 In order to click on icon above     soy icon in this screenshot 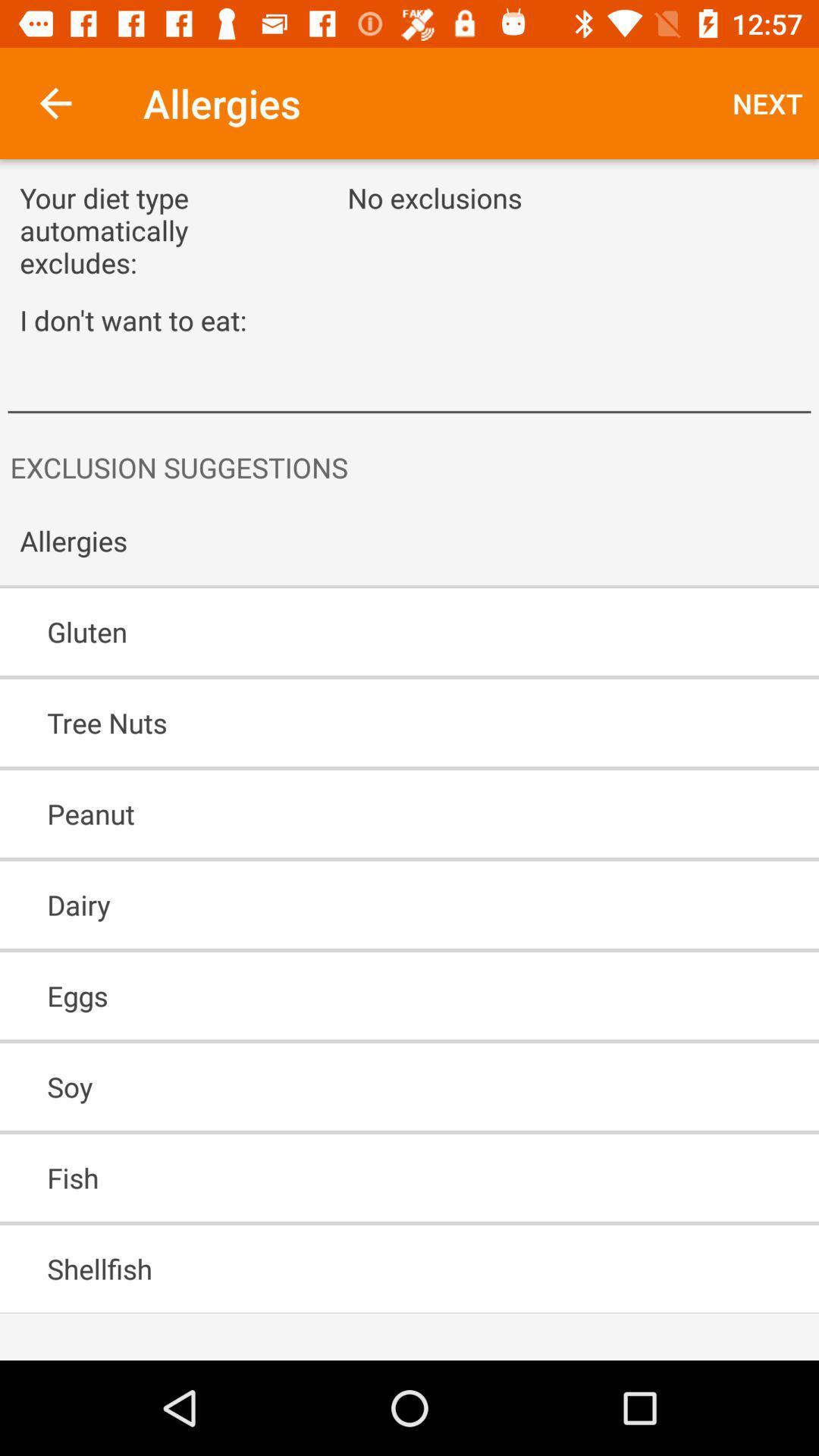, I will do `click(366, 996)`.